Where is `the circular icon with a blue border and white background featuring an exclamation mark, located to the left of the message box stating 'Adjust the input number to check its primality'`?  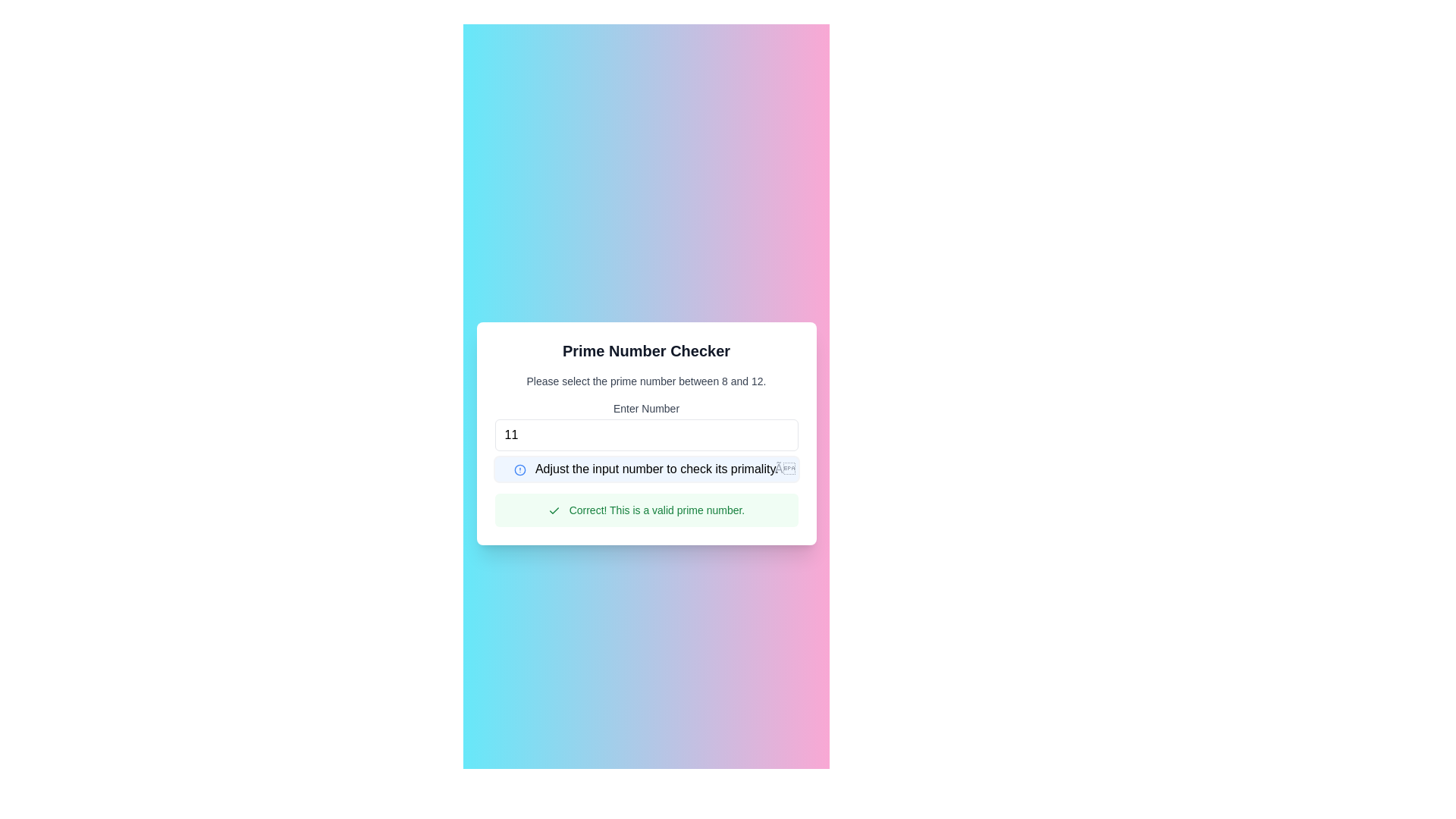 the circular icon with a blue border and white background featuring an exclamation mark, located to the left of the message box stating 'Adjust the input number to check its primality' is located at coordinates (520, 469).